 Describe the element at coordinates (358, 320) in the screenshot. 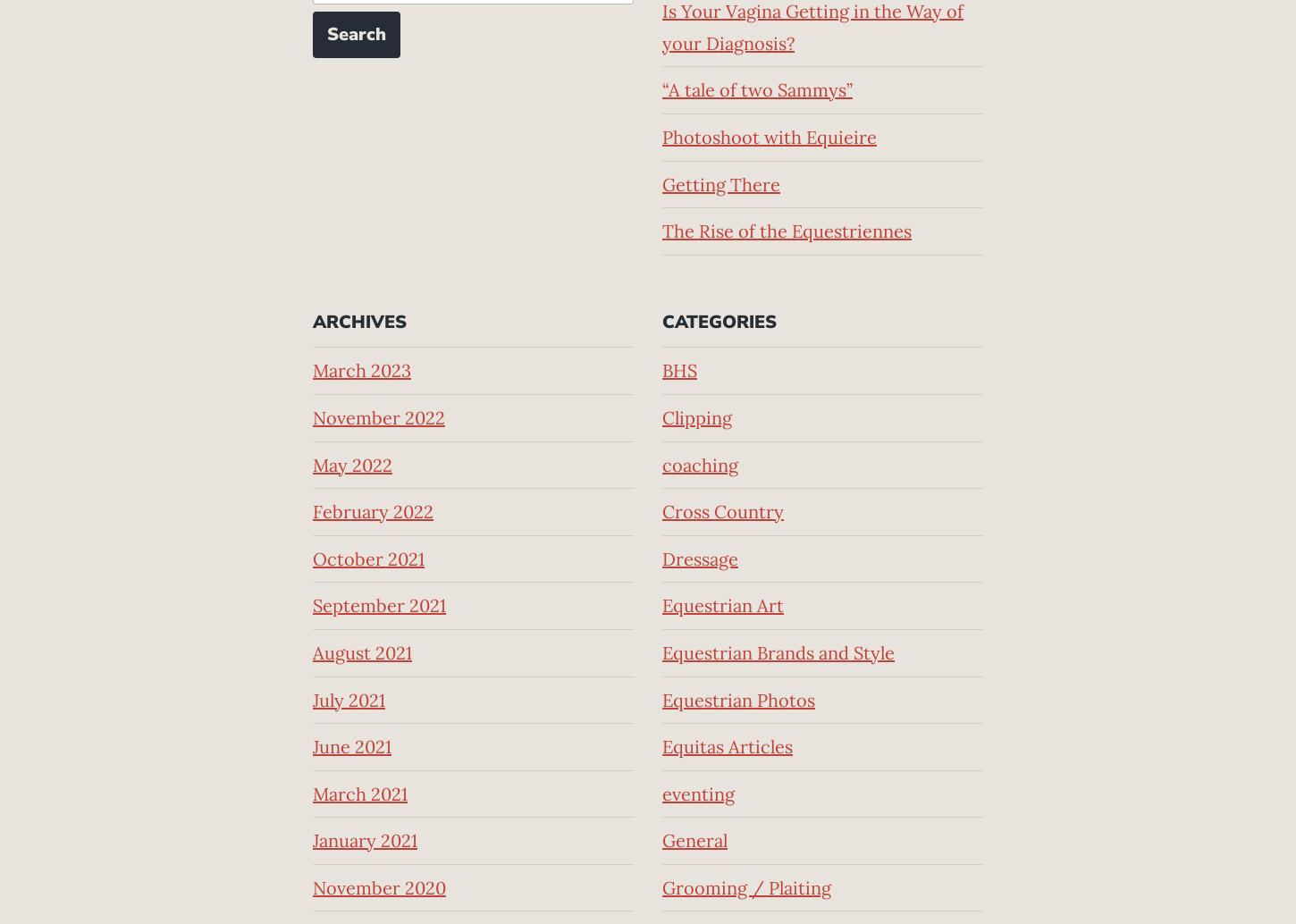

I see `'Archives'` at that location.